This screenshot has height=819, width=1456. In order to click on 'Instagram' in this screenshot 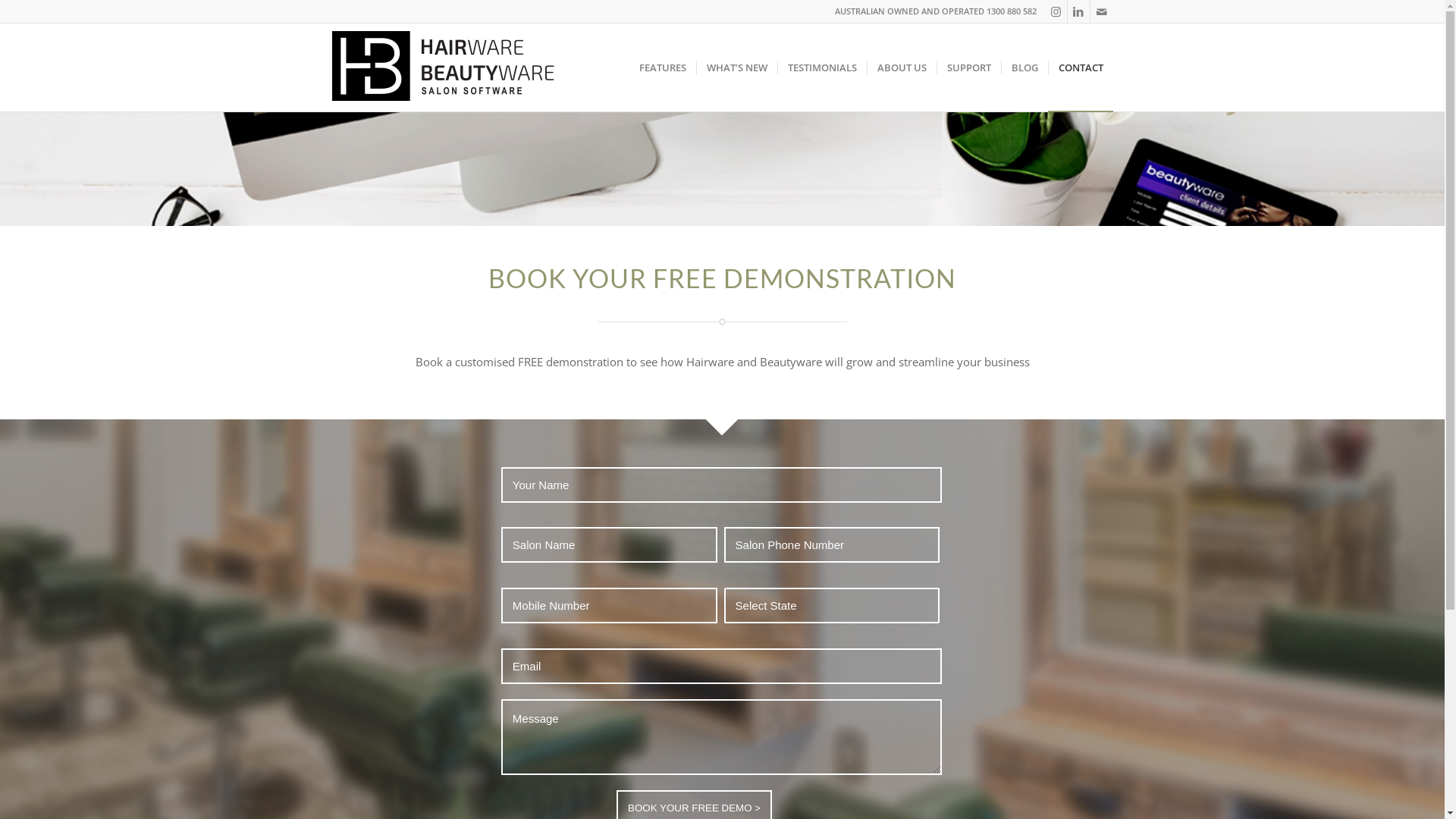, I will do `click(1043, 11)`.